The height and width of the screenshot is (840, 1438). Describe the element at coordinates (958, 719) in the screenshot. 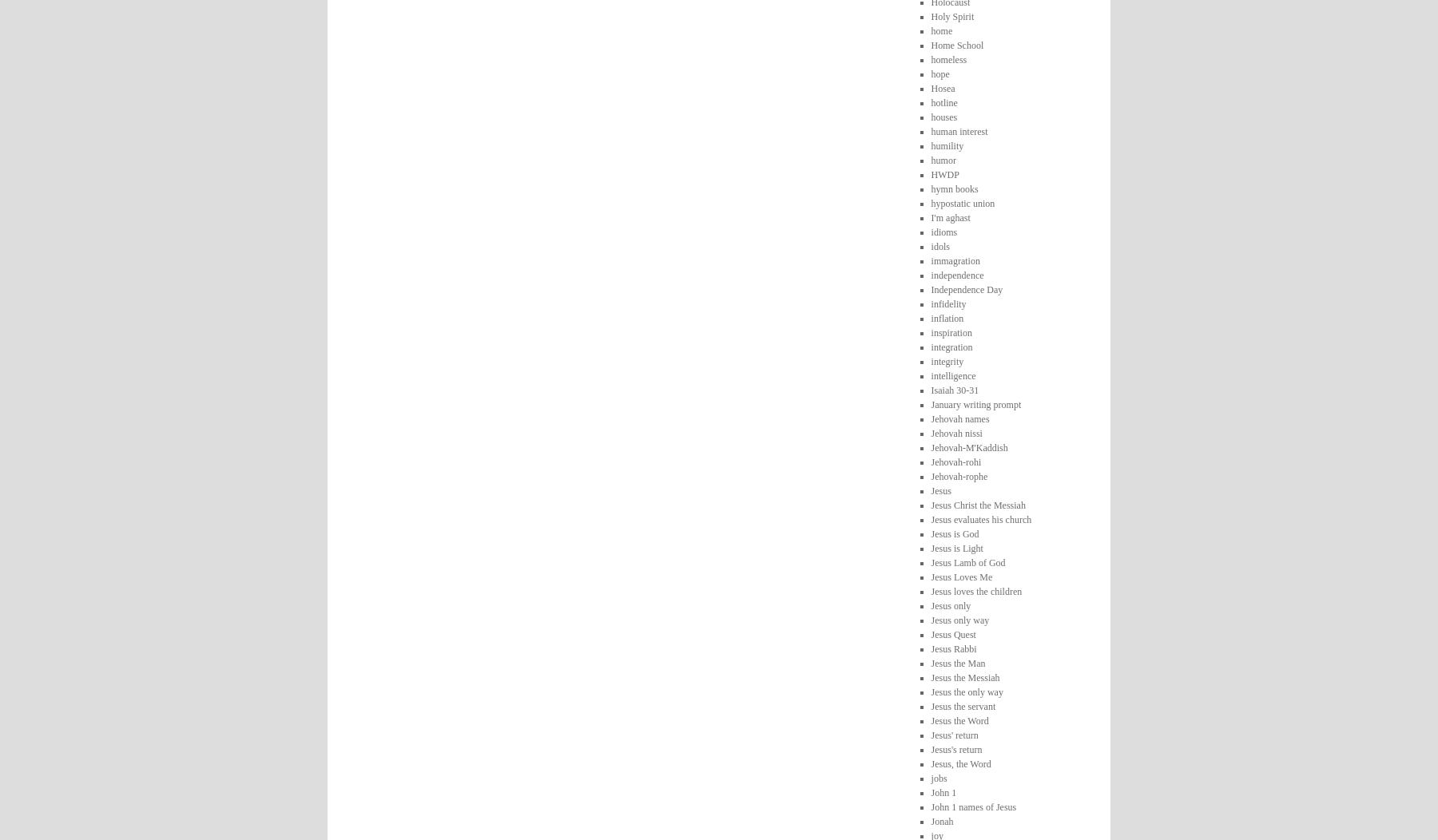

I see `'Jesus the Word'` at that location.